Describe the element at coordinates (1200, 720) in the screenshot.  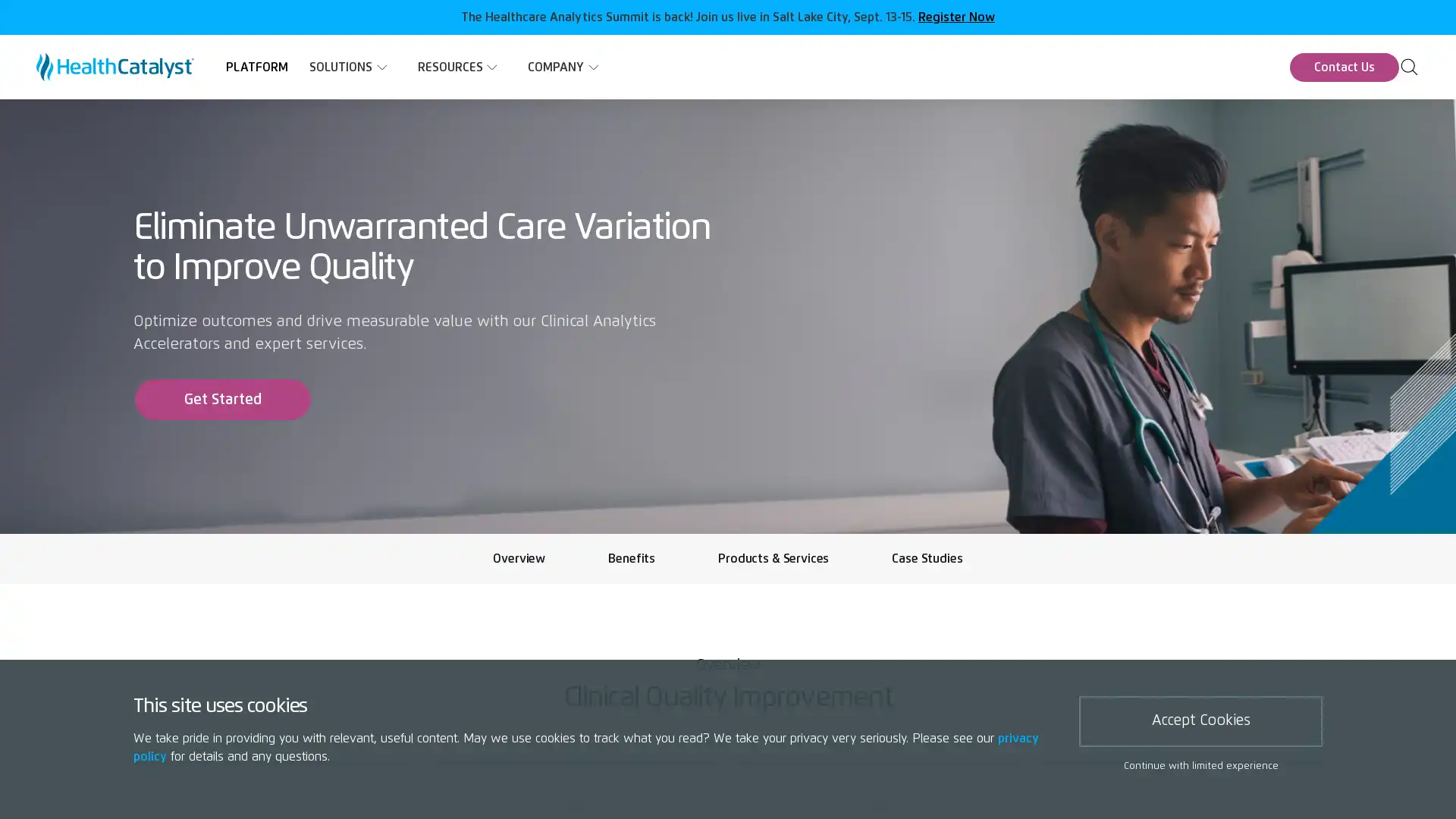
I see `Accept Cookies` at that location.